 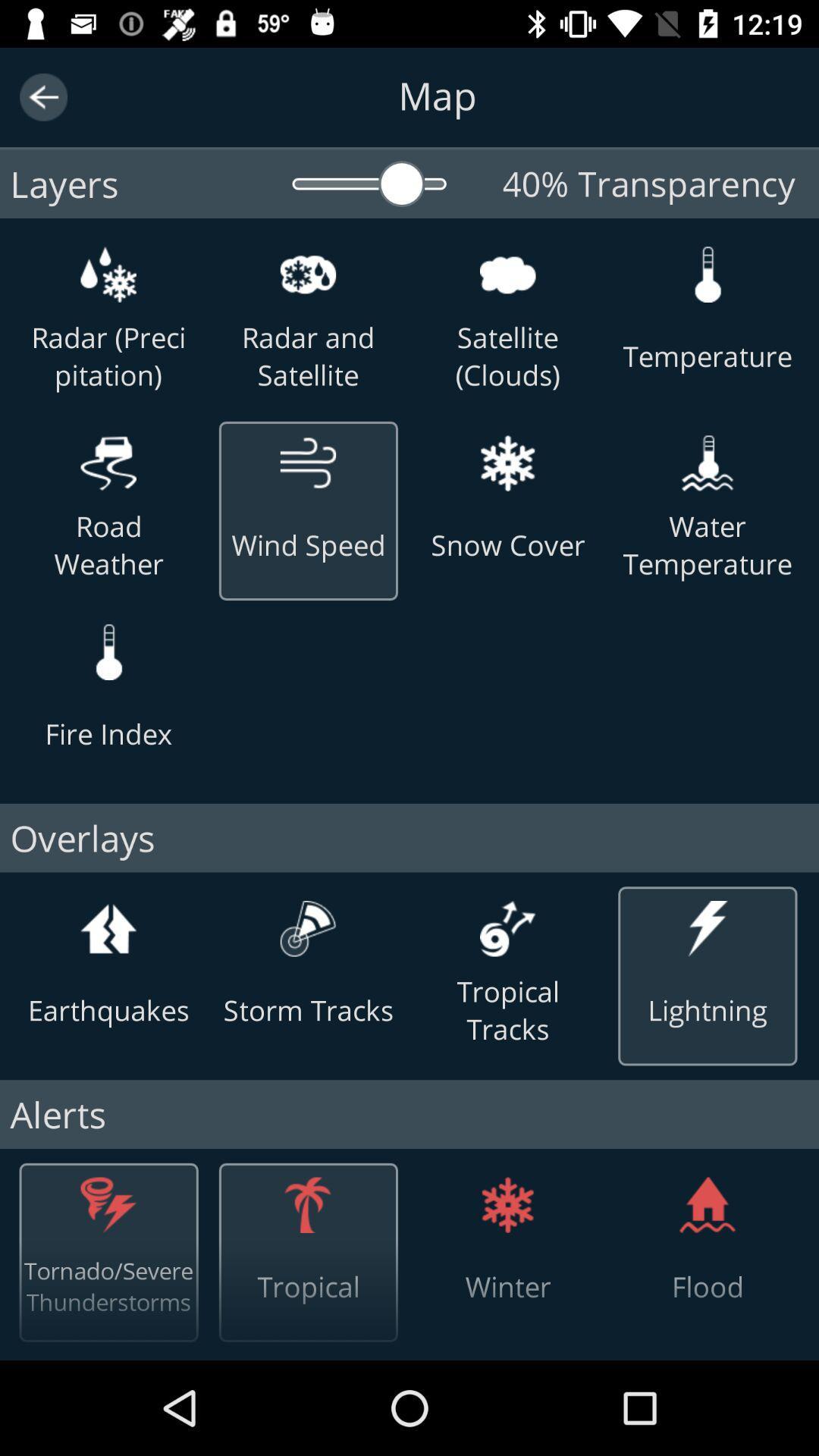 What do you see at coordinates (307, 275) in the screenshot?
I see `the icon above radar and satellite` at bounding box center [307, 275].